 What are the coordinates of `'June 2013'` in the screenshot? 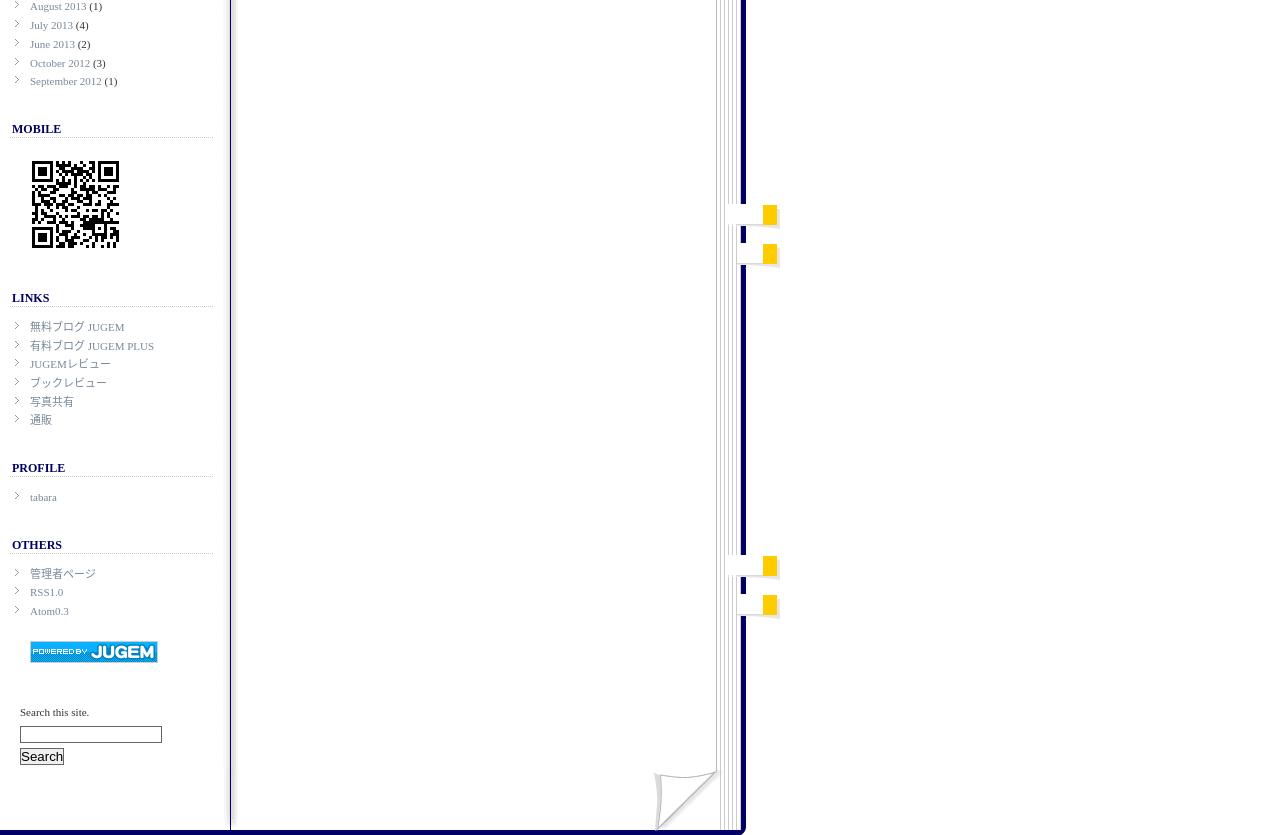 It's located at (29, 43).